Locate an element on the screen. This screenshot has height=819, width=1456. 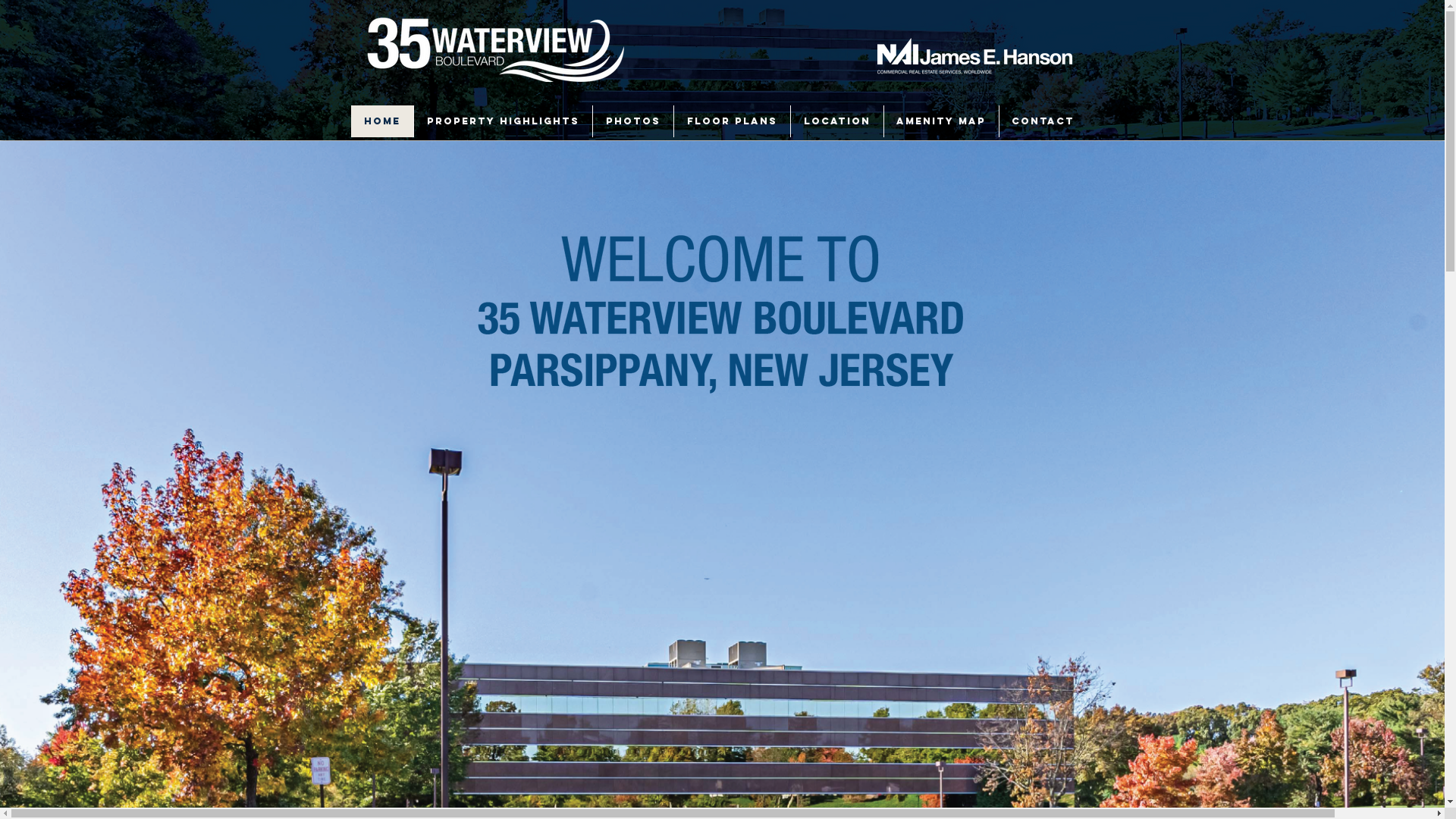
'LOCATION' is located at coordinates (836, 120).